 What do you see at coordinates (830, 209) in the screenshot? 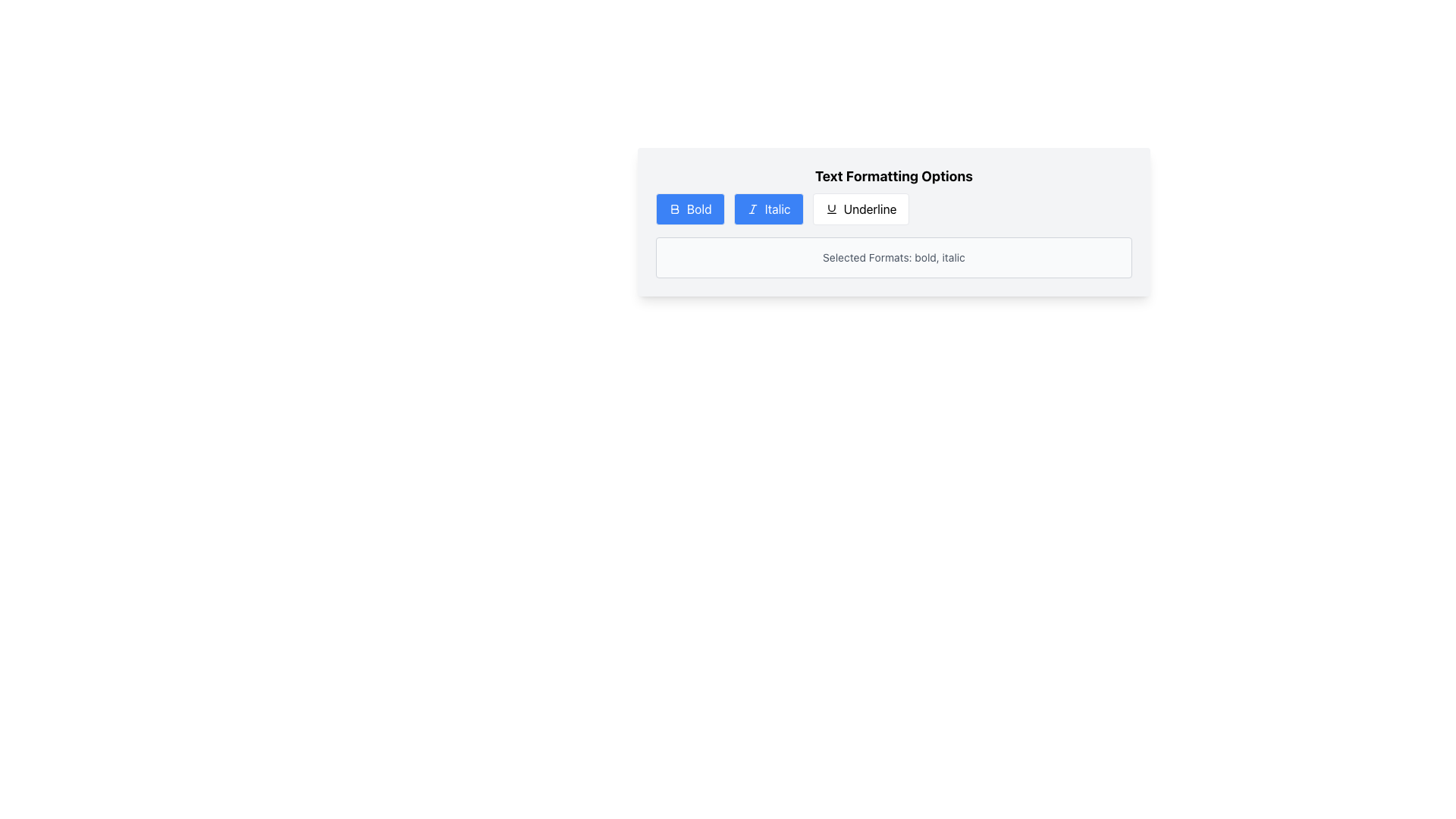
I see `the underline icon located within the button labeled 'Underline', which is the third button in the horizontal row of formatting options under 'Text Formatting Options'` at bounding box center [830, 209].